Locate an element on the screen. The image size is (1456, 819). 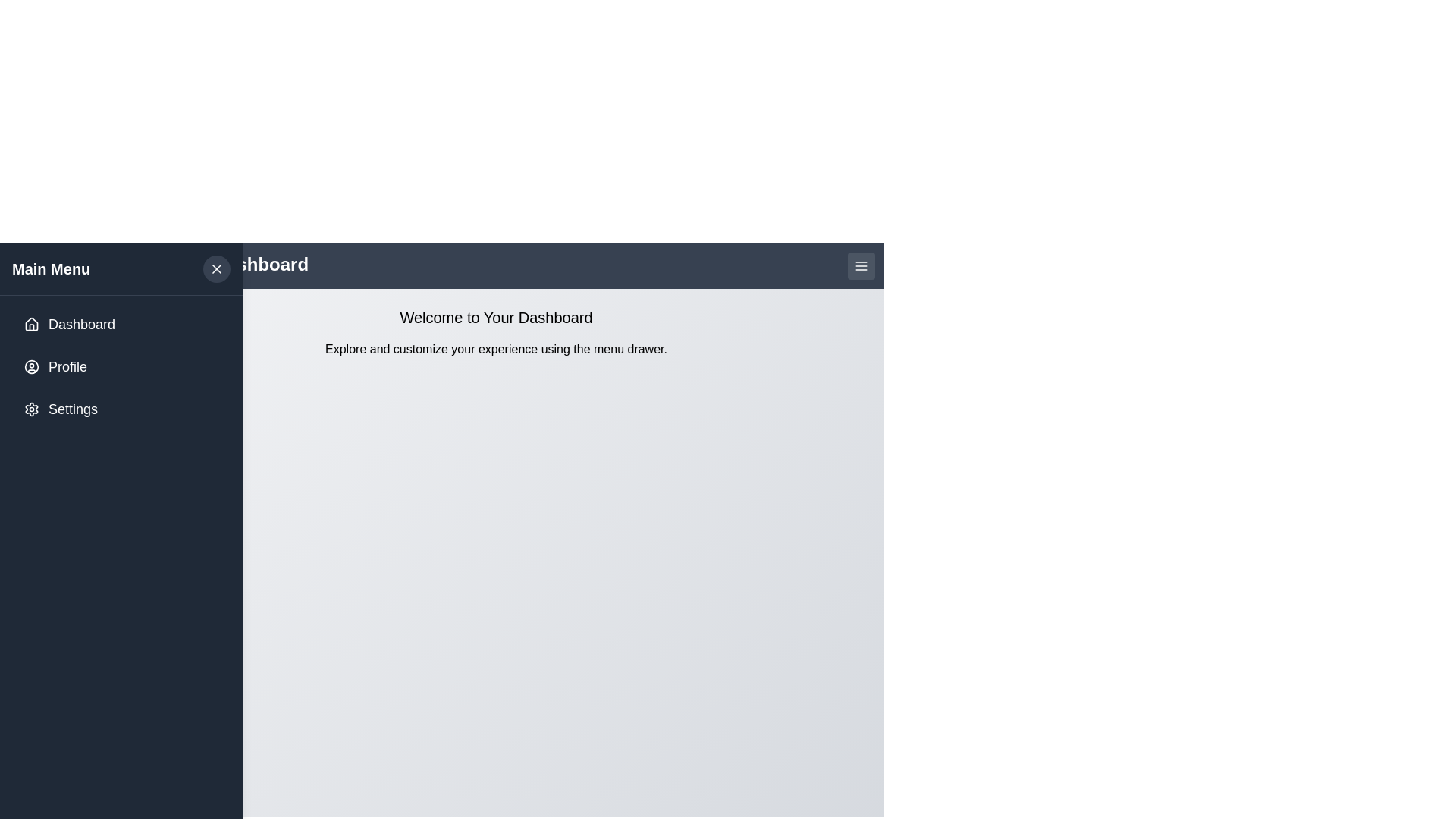
the menu toggle button located at the top-right corner of the interface is located at coordinates (861, 265).